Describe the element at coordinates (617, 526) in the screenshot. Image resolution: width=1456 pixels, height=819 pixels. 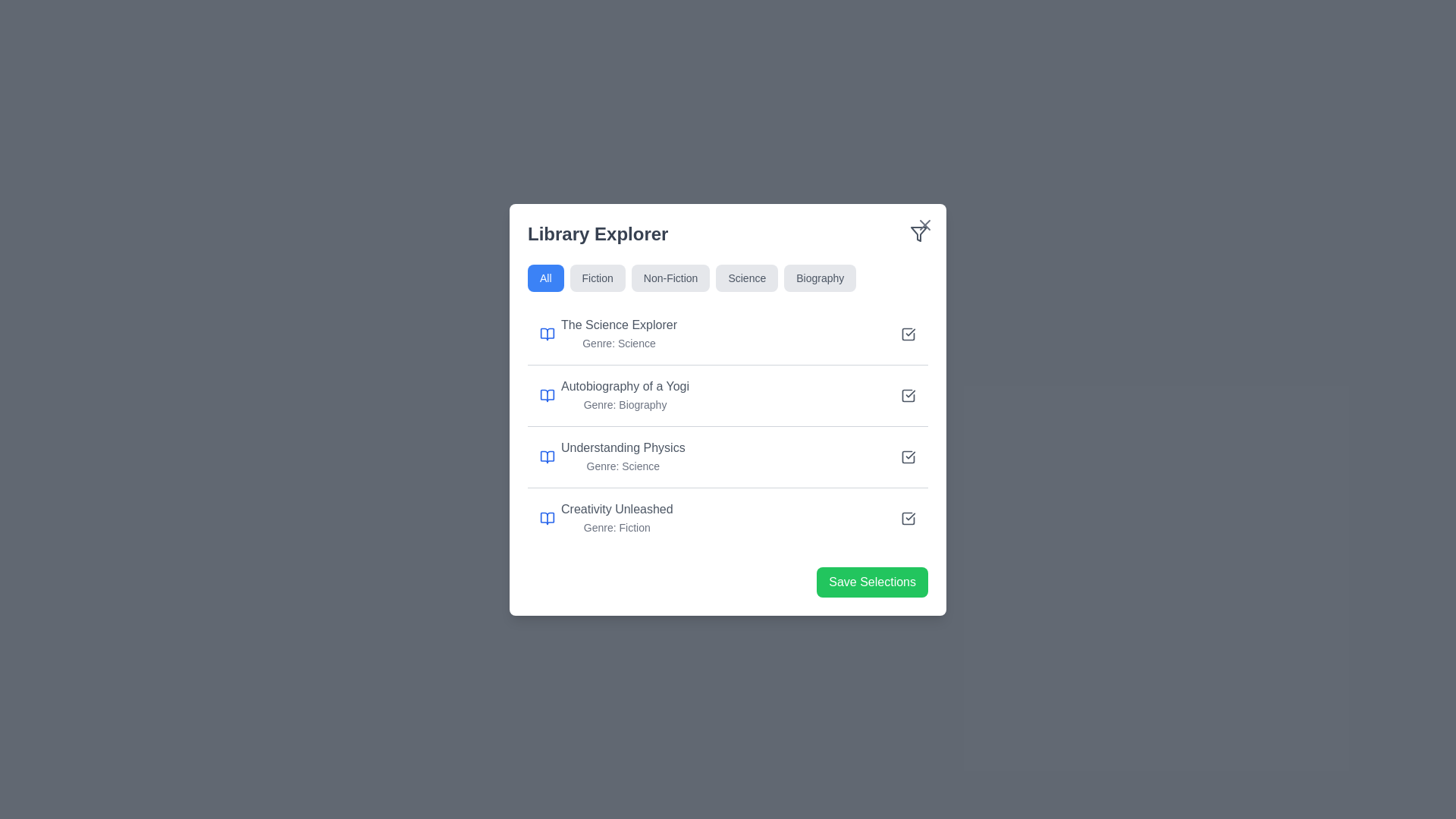
I see `the static text label that provides the genre information for the book 'Creativity Unleashed', located beneath the book title in the fourth list item` at that location.